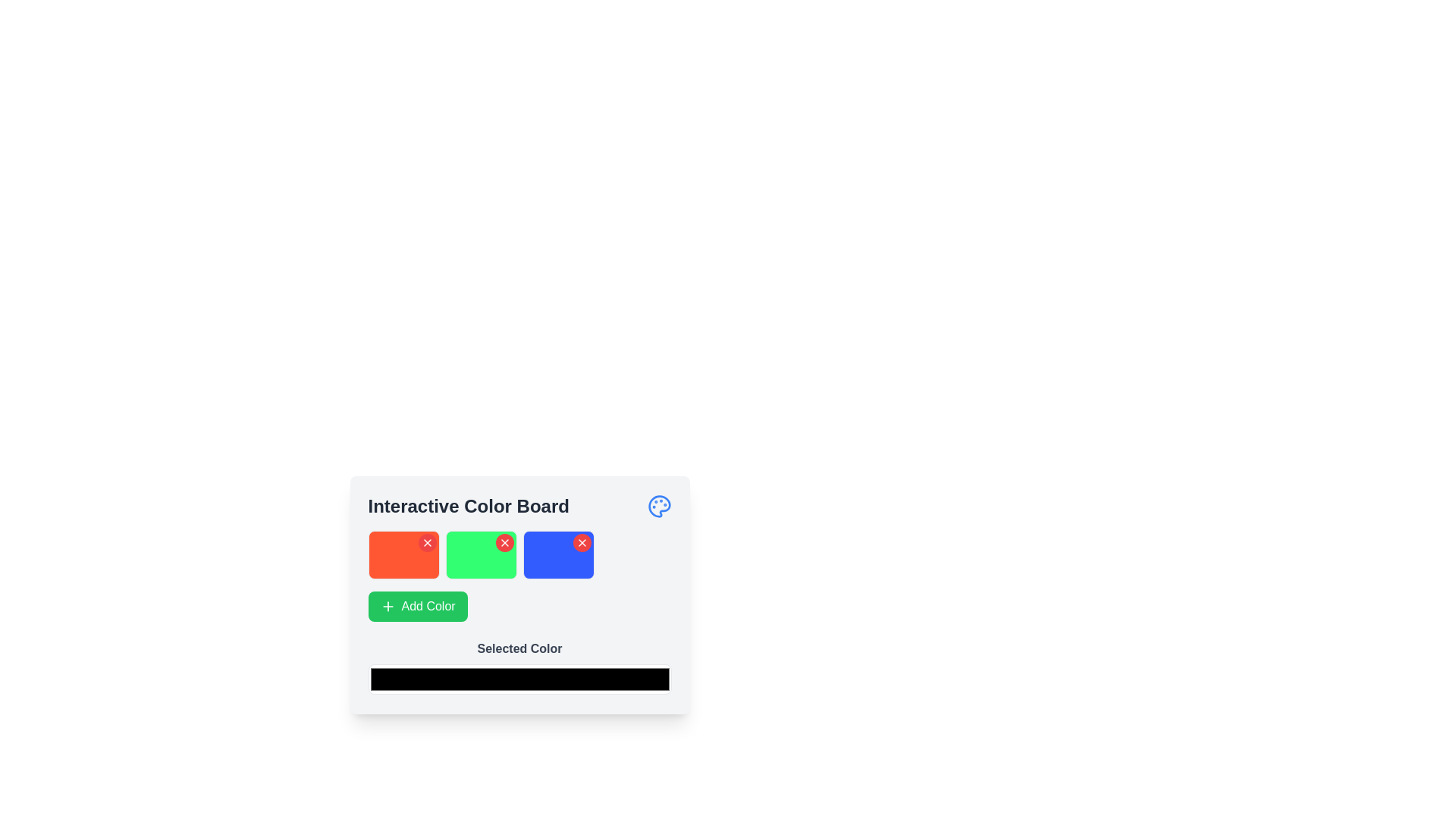  I want to click on the red circular button with a white 'X' icon inside, so click(581, 542).